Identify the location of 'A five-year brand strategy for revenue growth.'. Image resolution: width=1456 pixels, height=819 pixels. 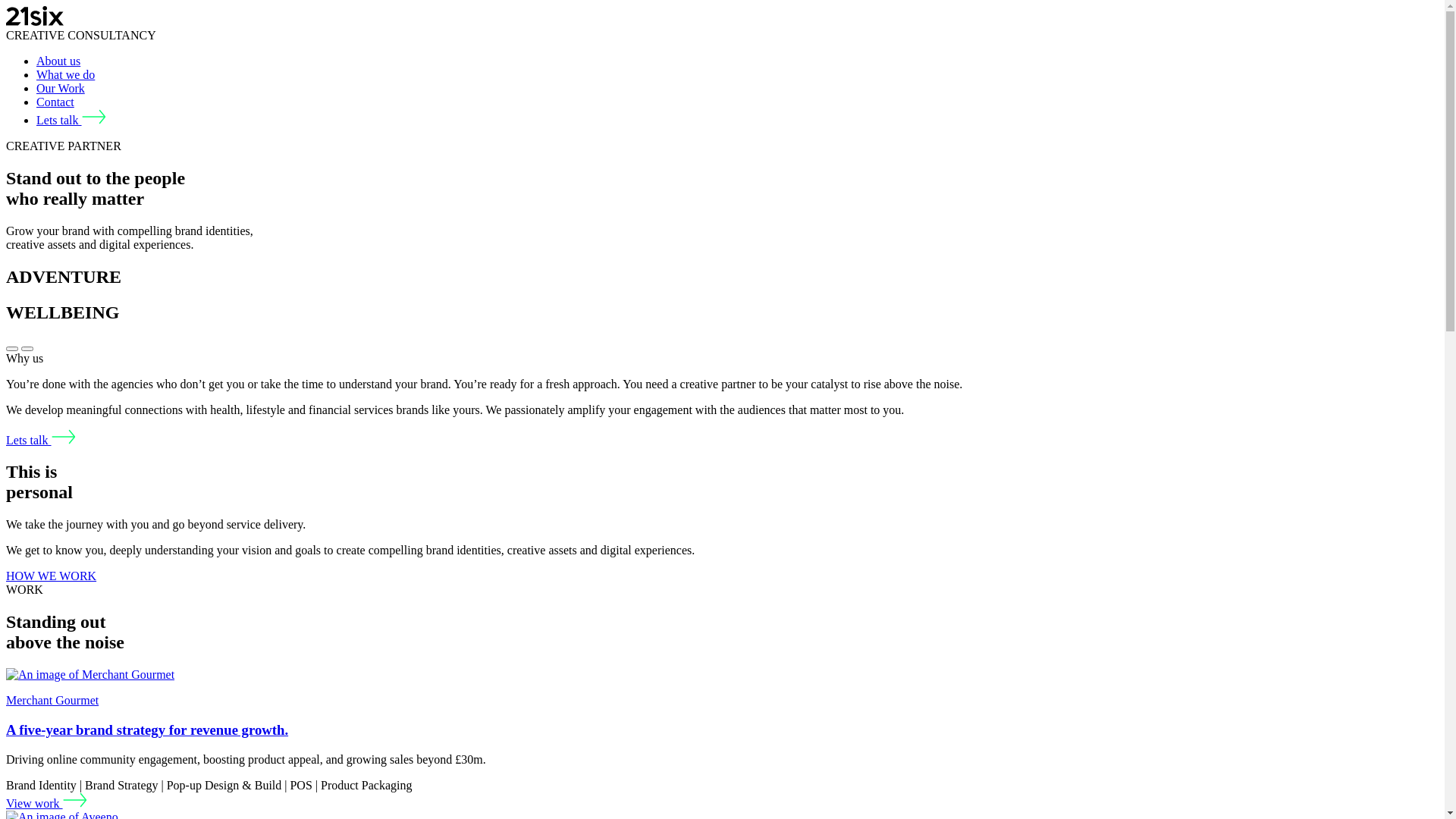
(146, 729).